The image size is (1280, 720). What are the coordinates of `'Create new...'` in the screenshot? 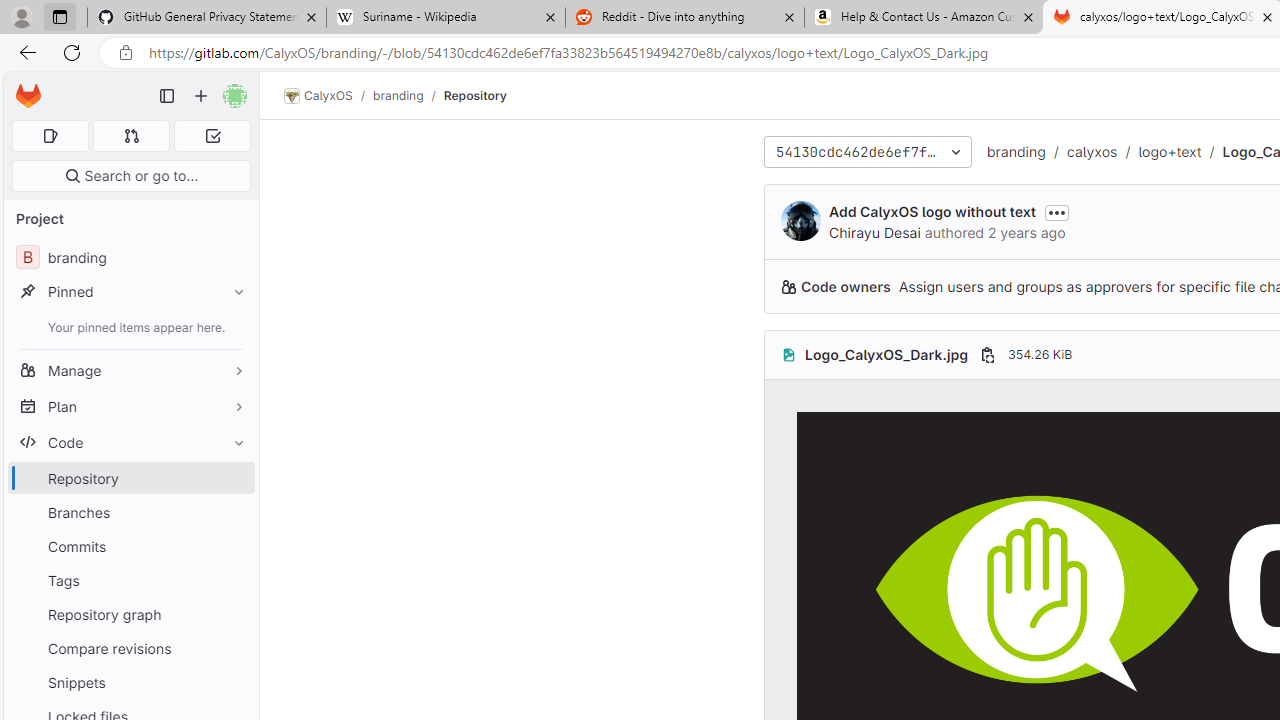 It's located at (201, 96).